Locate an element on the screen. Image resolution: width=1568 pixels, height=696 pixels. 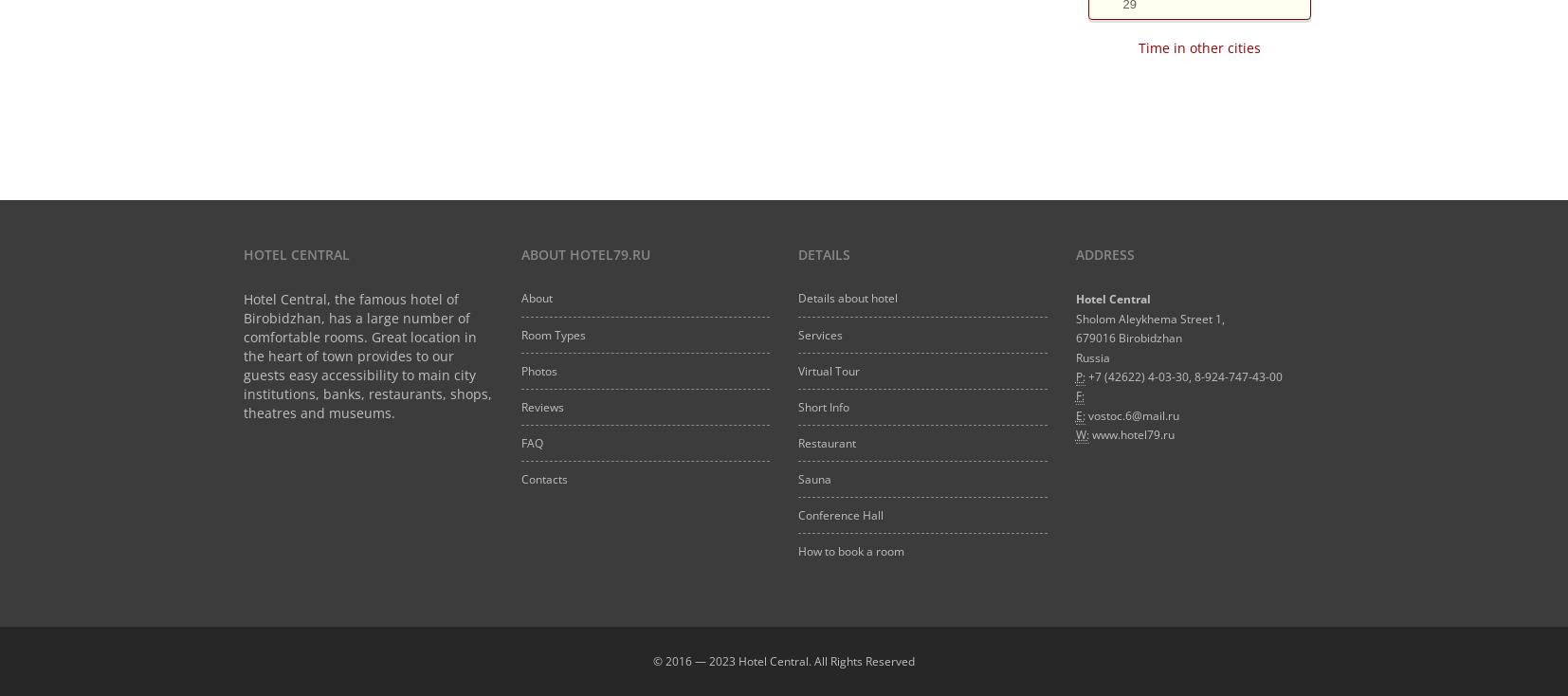
'Sauna' is located at coordinates (813, 478).